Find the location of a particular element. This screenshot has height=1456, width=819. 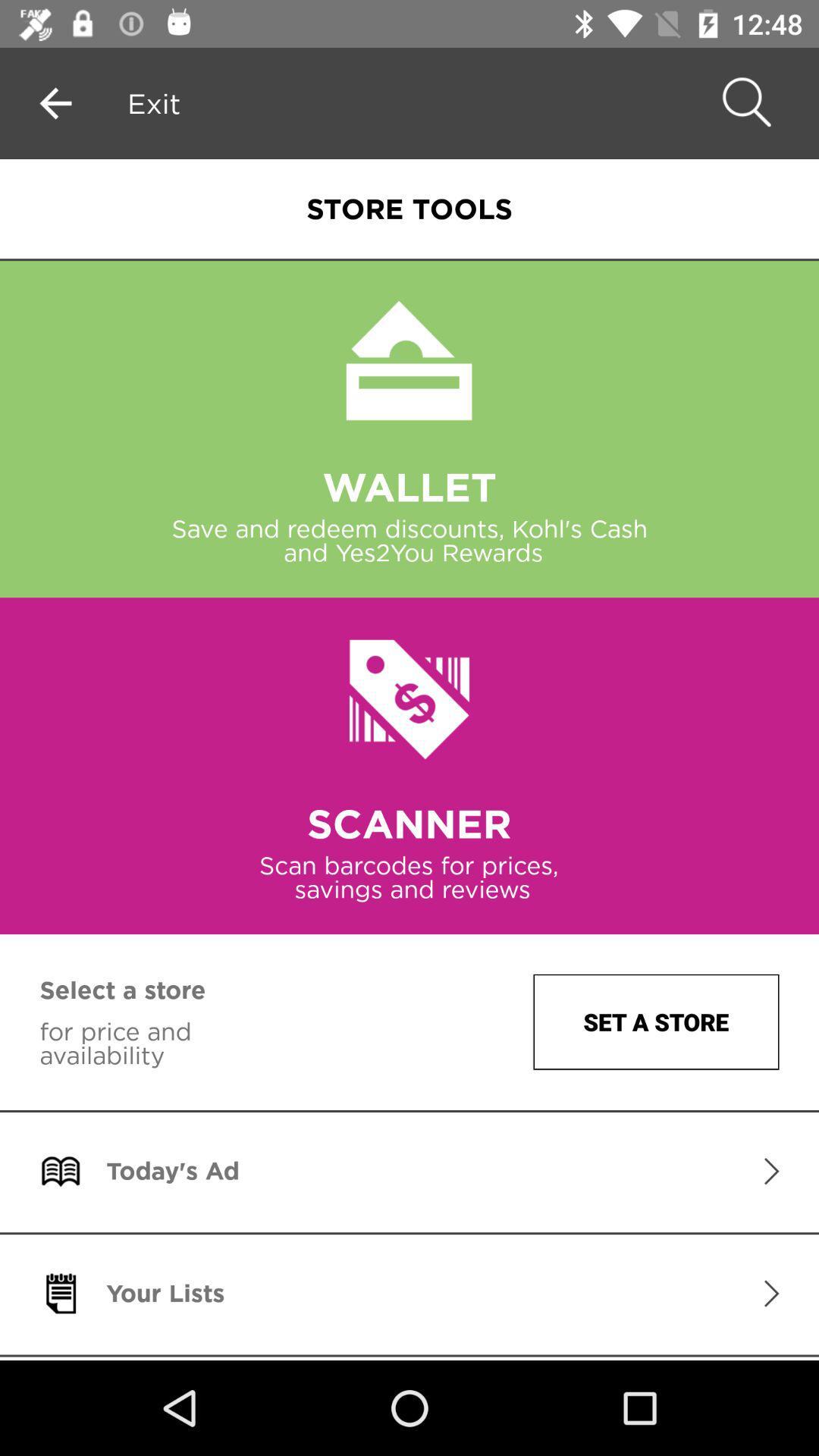

the search icon is located at coordinates (743, 102).